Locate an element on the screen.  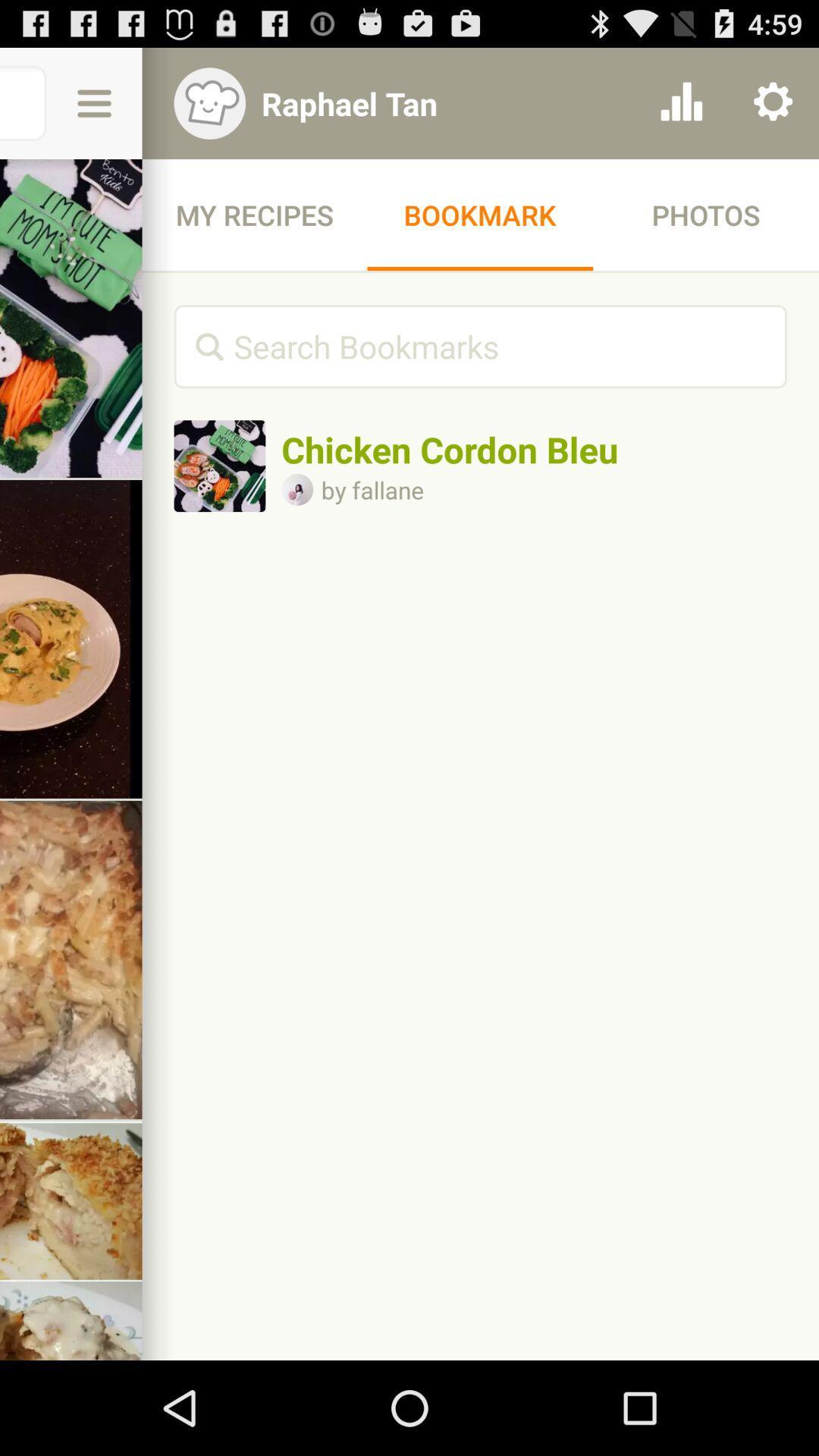
item above my recipes is located at coordinates (441, 102).